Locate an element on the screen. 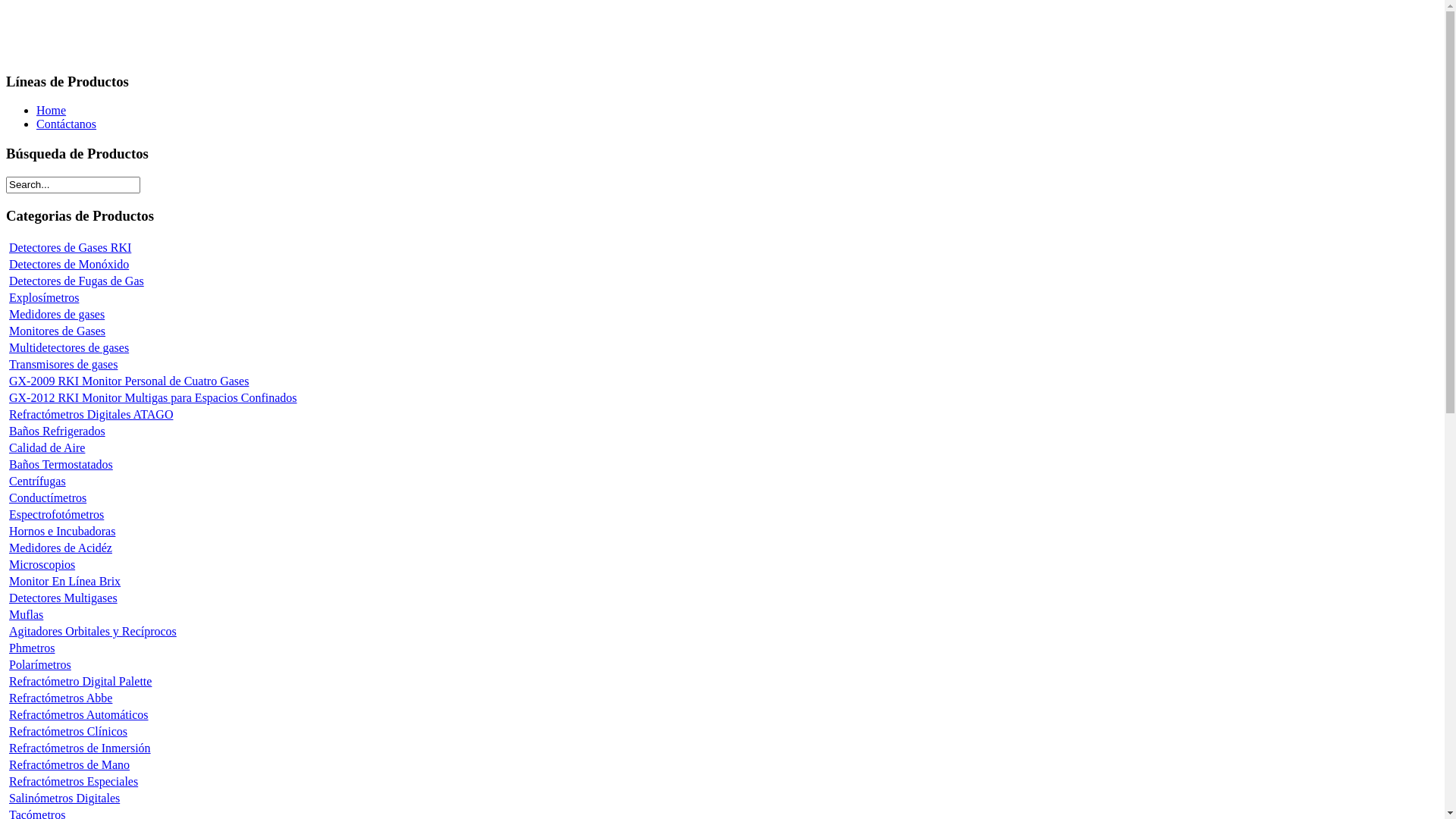  'GX-2009 RKI Monitor Personal de Cuatro Gases' is located at coordinates (128, 380).